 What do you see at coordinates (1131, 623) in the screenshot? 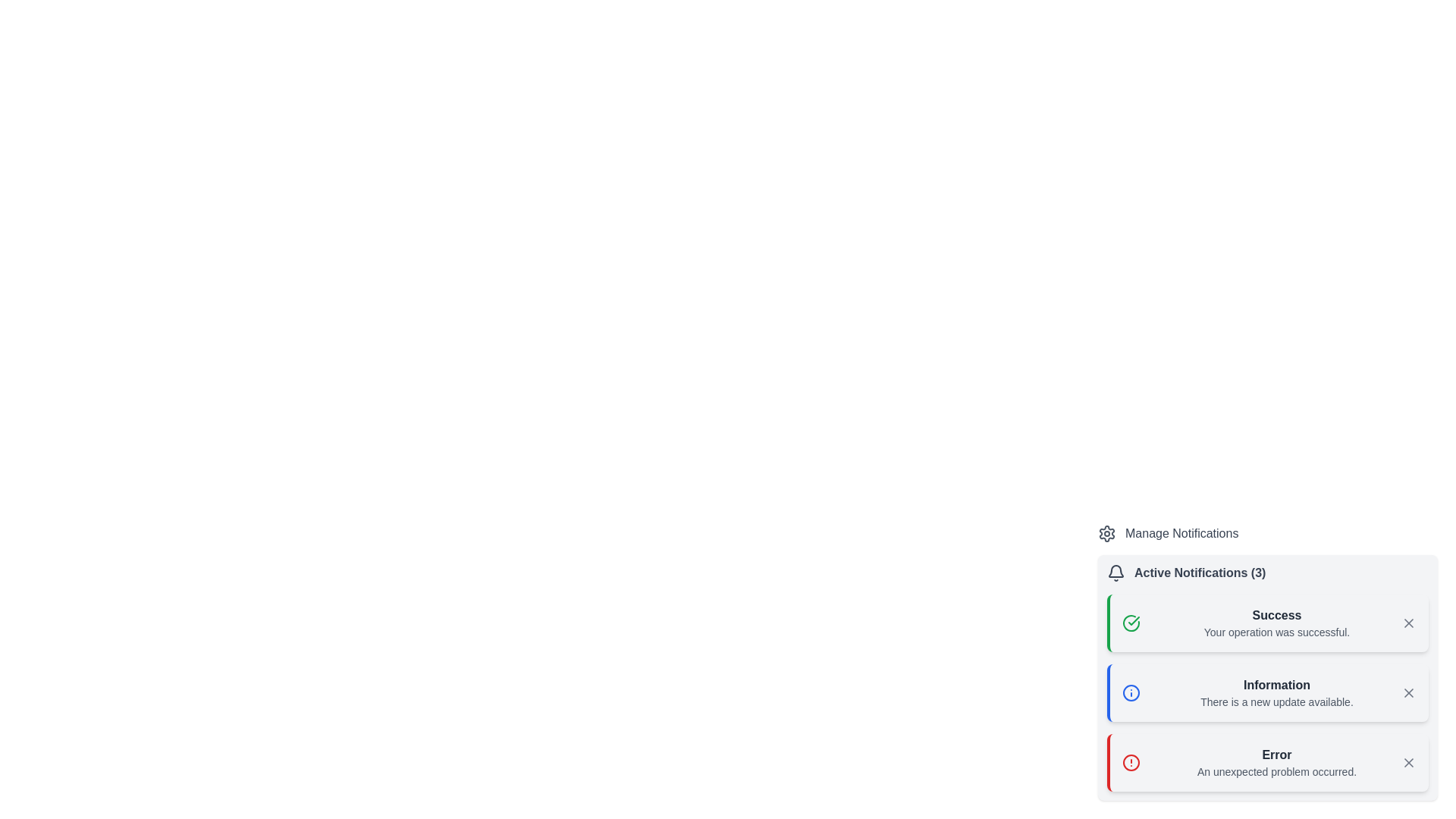
I see `the green circular icon with a check mark located to the left of the 'Success' message in the notification section` at bounding box center [1131, 623].